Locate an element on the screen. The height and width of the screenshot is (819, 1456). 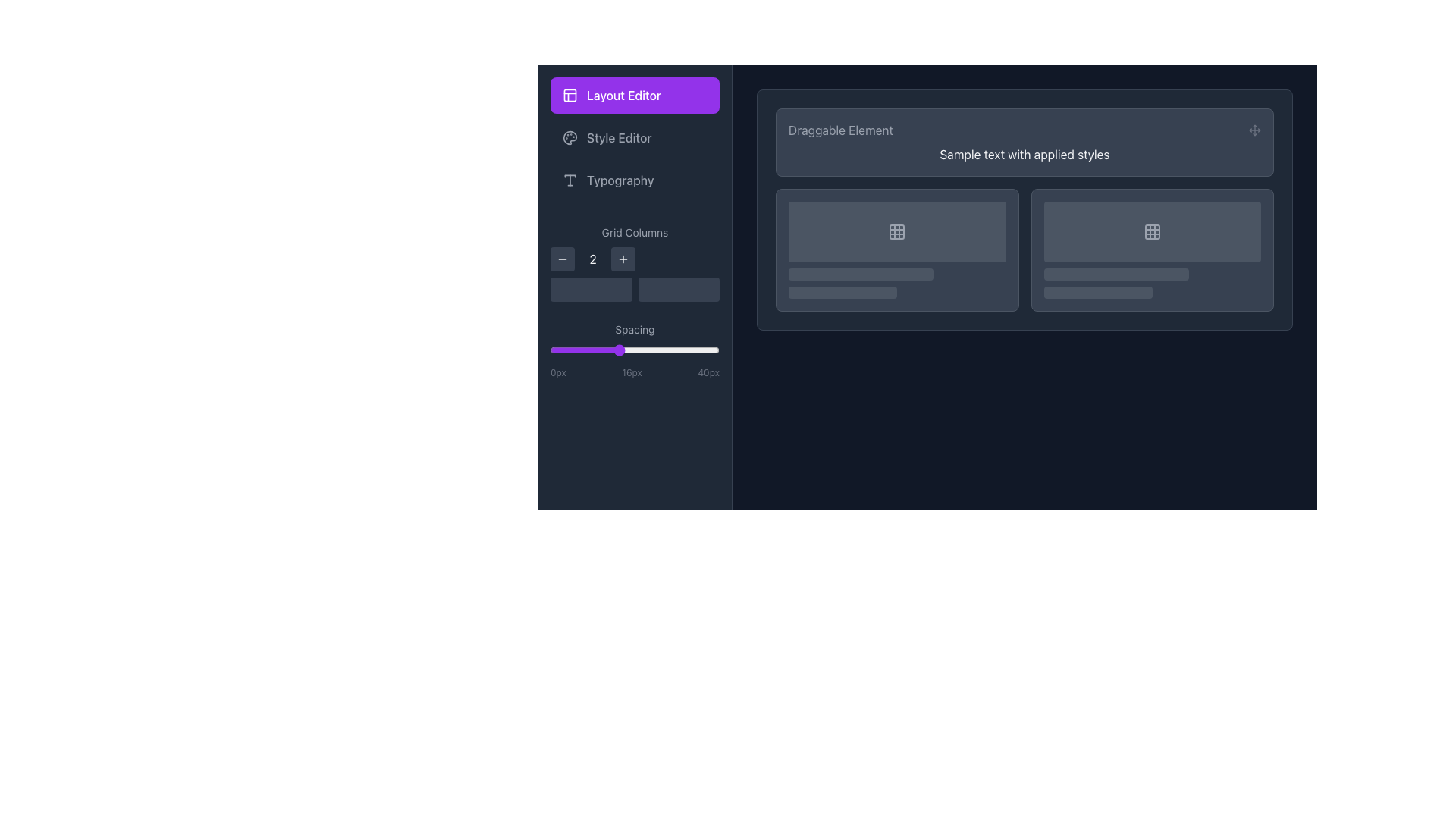
the rectangular button with a purple background and white text reading 'Layout Editor' is located at coordinates (635, 96).